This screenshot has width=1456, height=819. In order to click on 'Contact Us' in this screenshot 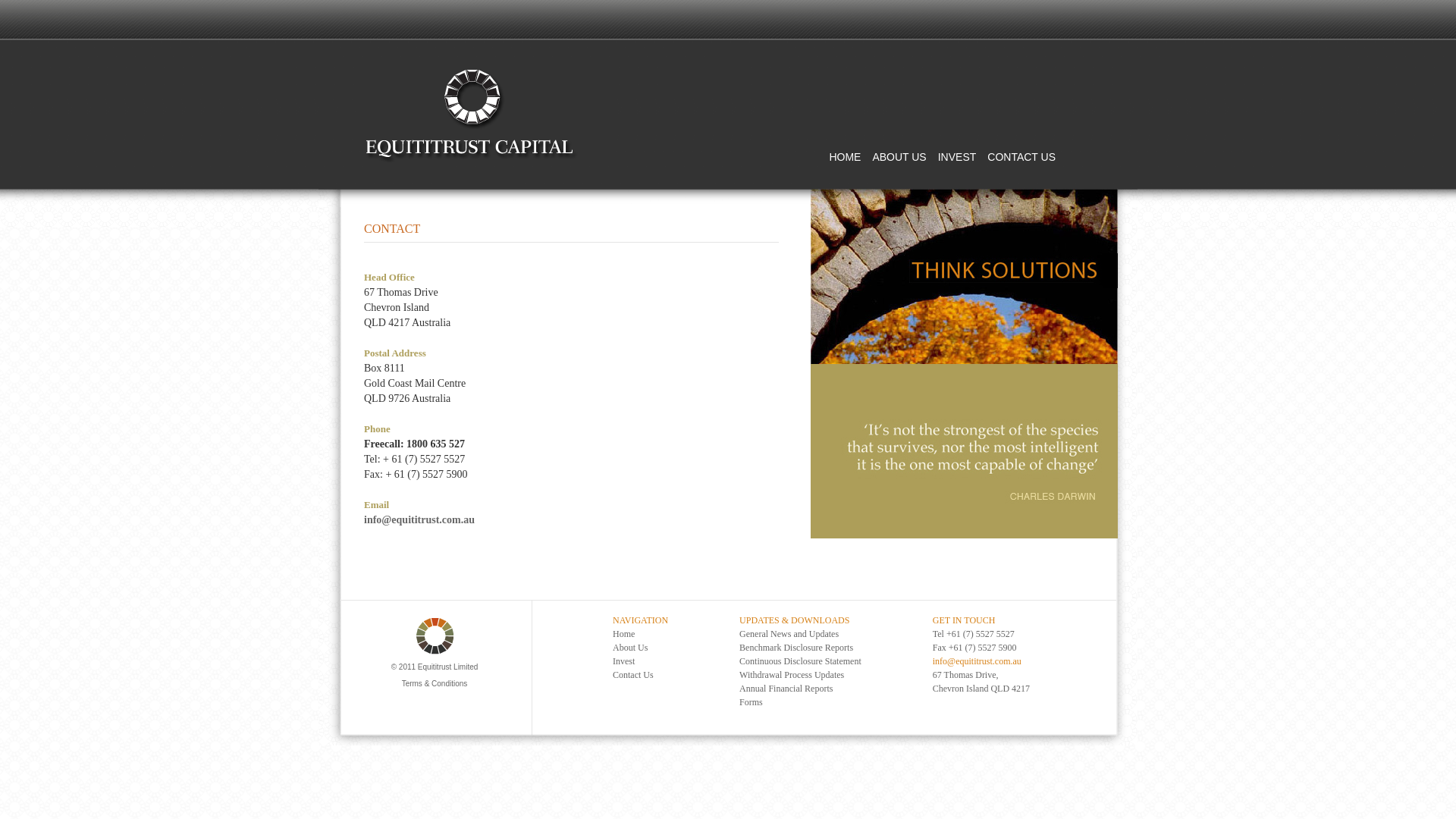, I will do `click(612, 674)`.